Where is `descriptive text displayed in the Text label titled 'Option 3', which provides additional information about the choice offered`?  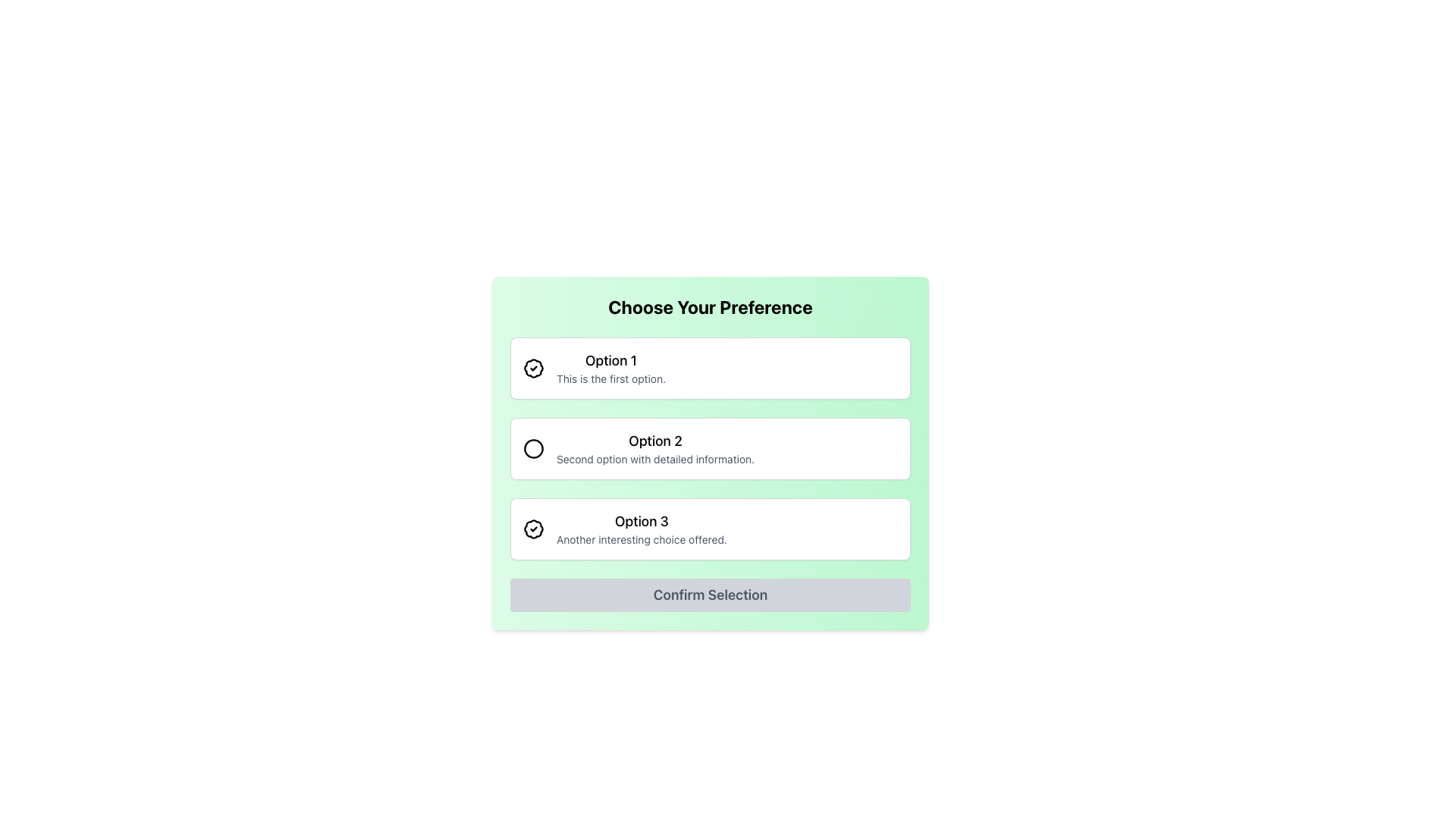 descriptive text displayed in the Text label titled 'Option 3', which provides additional information about the choice offered is located at coordinates (642, 529).